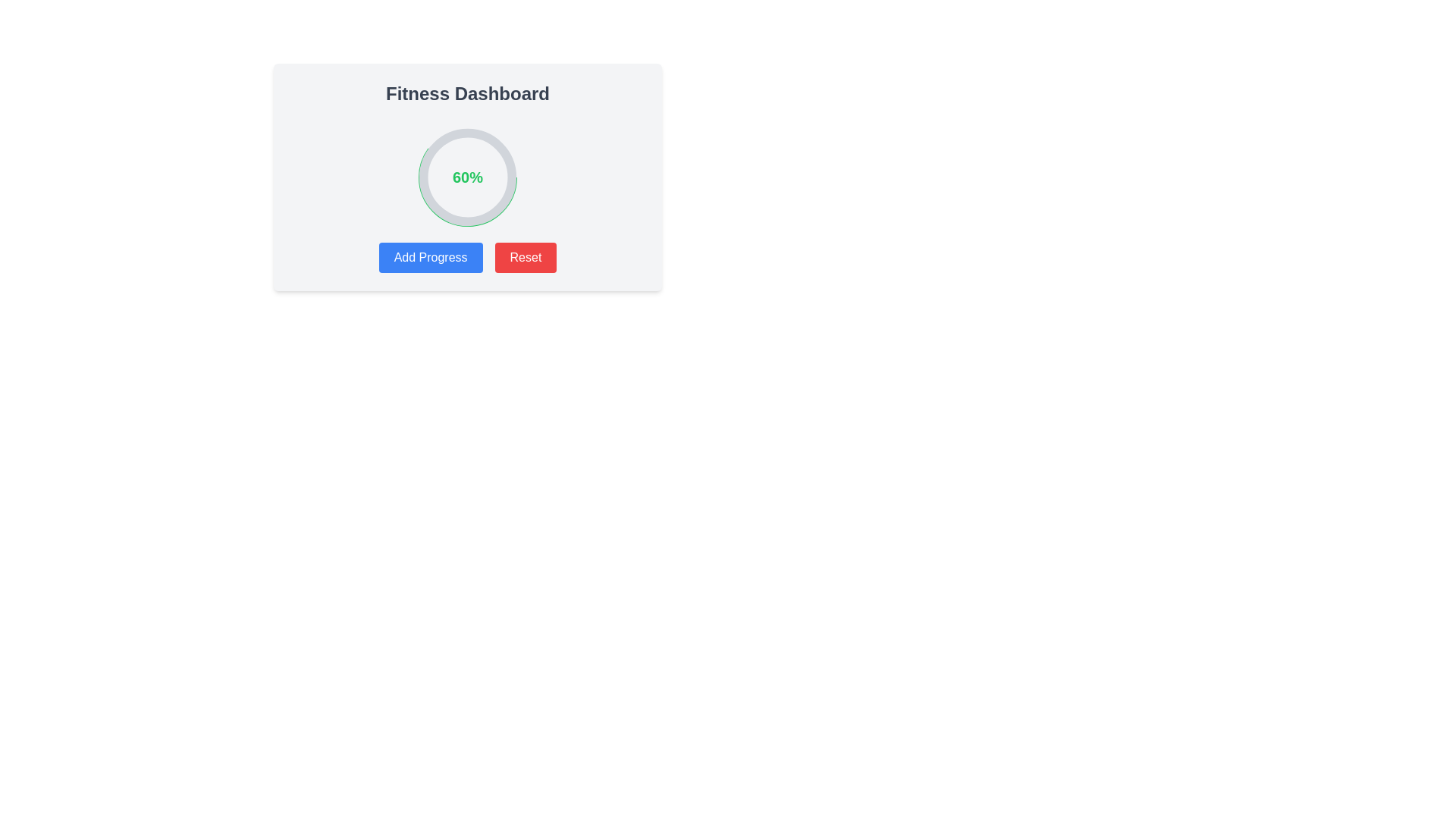  Describe the element at coordinates (467, 175) in the screenshot. I see `the circular graphical component that indicates 60% progress within the Fitness Dashboard interface` at that location.